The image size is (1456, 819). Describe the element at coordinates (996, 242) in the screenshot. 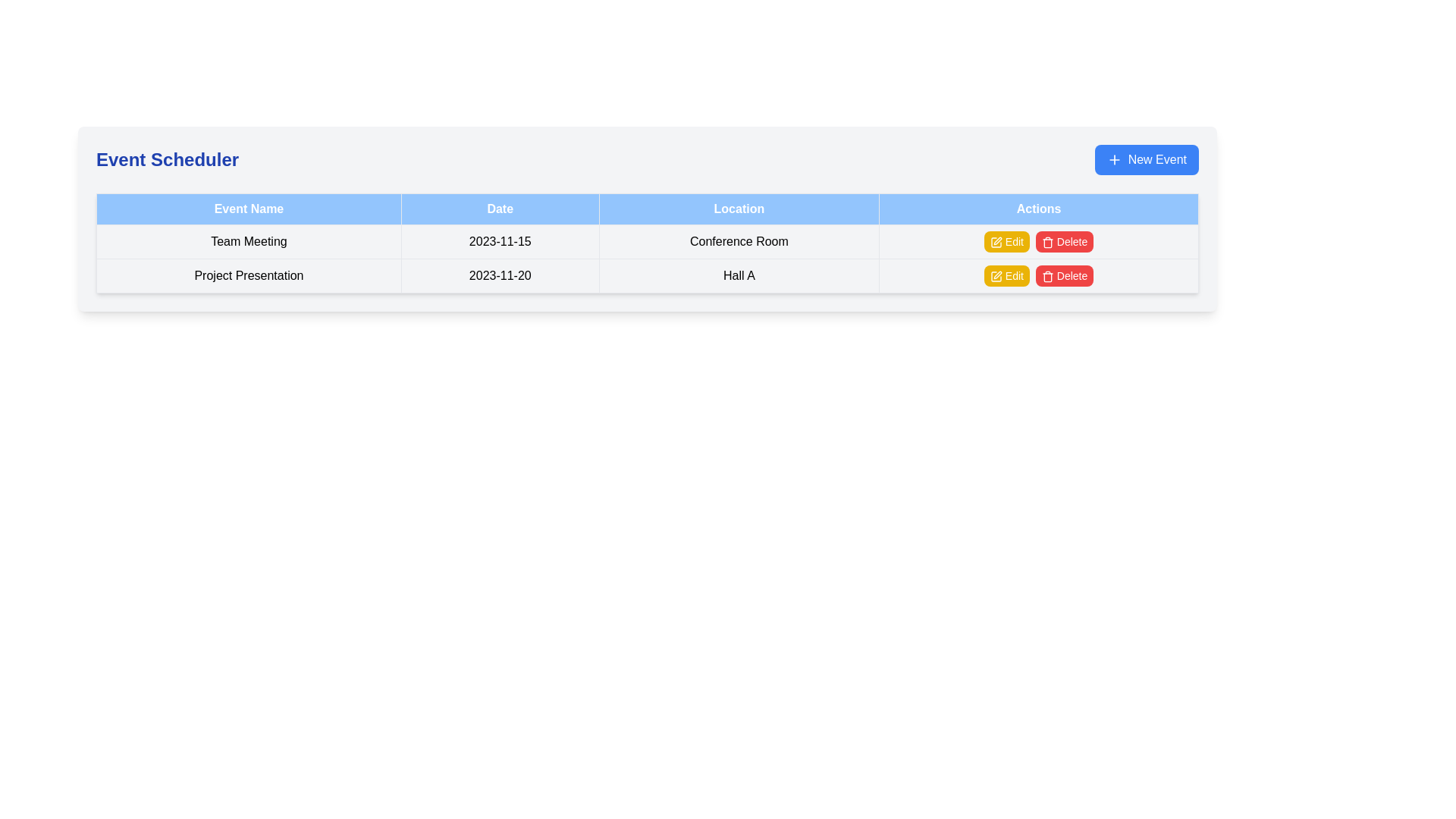

I see `the decorative or functional icon located in the 'Actions' column of the second row, next to the 'Delete' button and aligned with the 'Edit' button` at that location.